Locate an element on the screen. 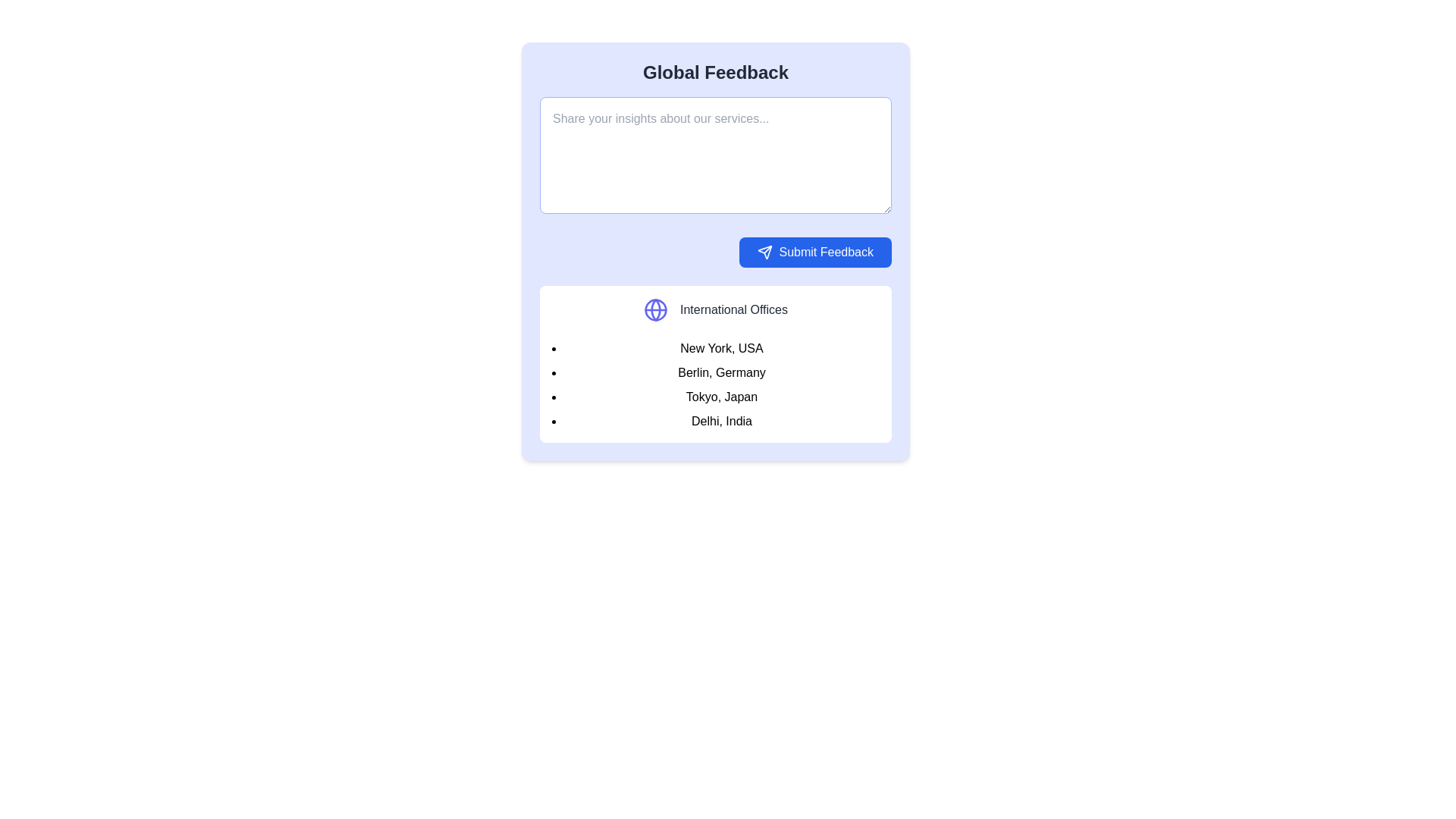  the rectangular blue button labeled 'Submit Feedback' that has a white paper airplane icon is located at coordinates (814, 251).